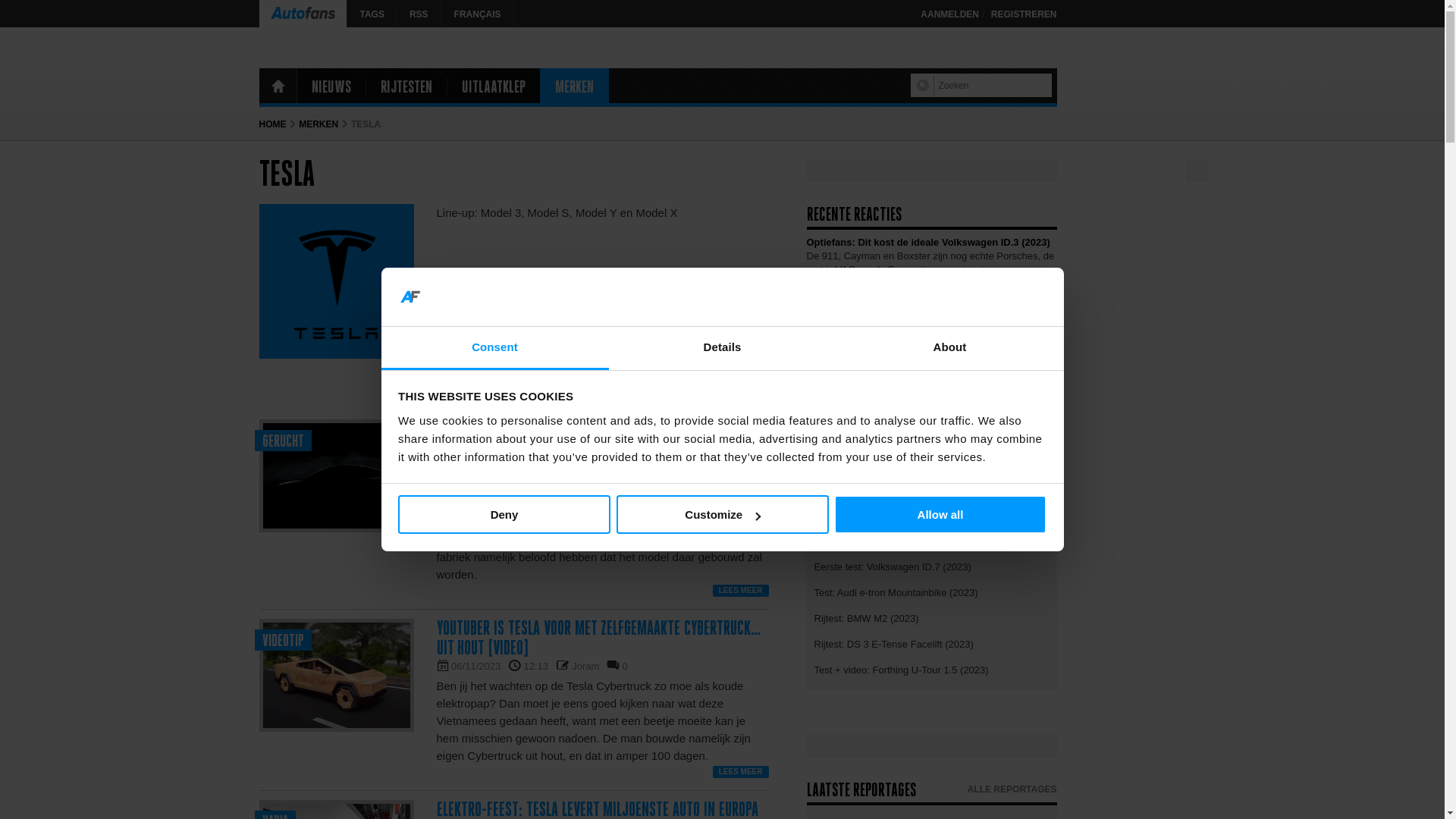 The height and width of the screenshot is (819, 1456). Describe the element at coordinates (615, 513) in the screenshot. I see `'Customize'` at that location.